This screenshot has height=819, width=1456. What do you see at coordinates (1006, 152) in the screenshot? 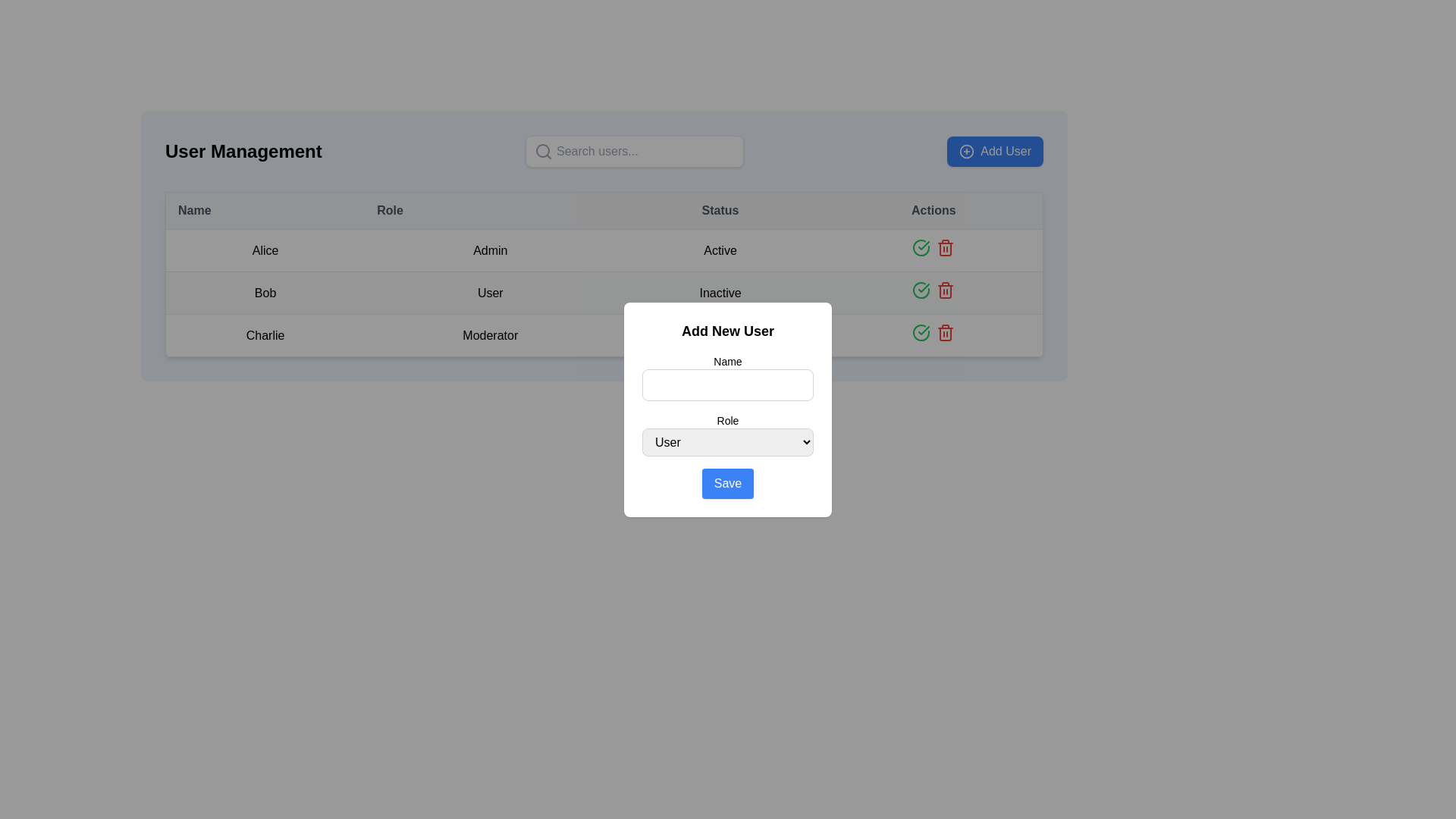
I see `the text label on the button located at the top-right corner of the interface` at bounding box center [1006, 152].